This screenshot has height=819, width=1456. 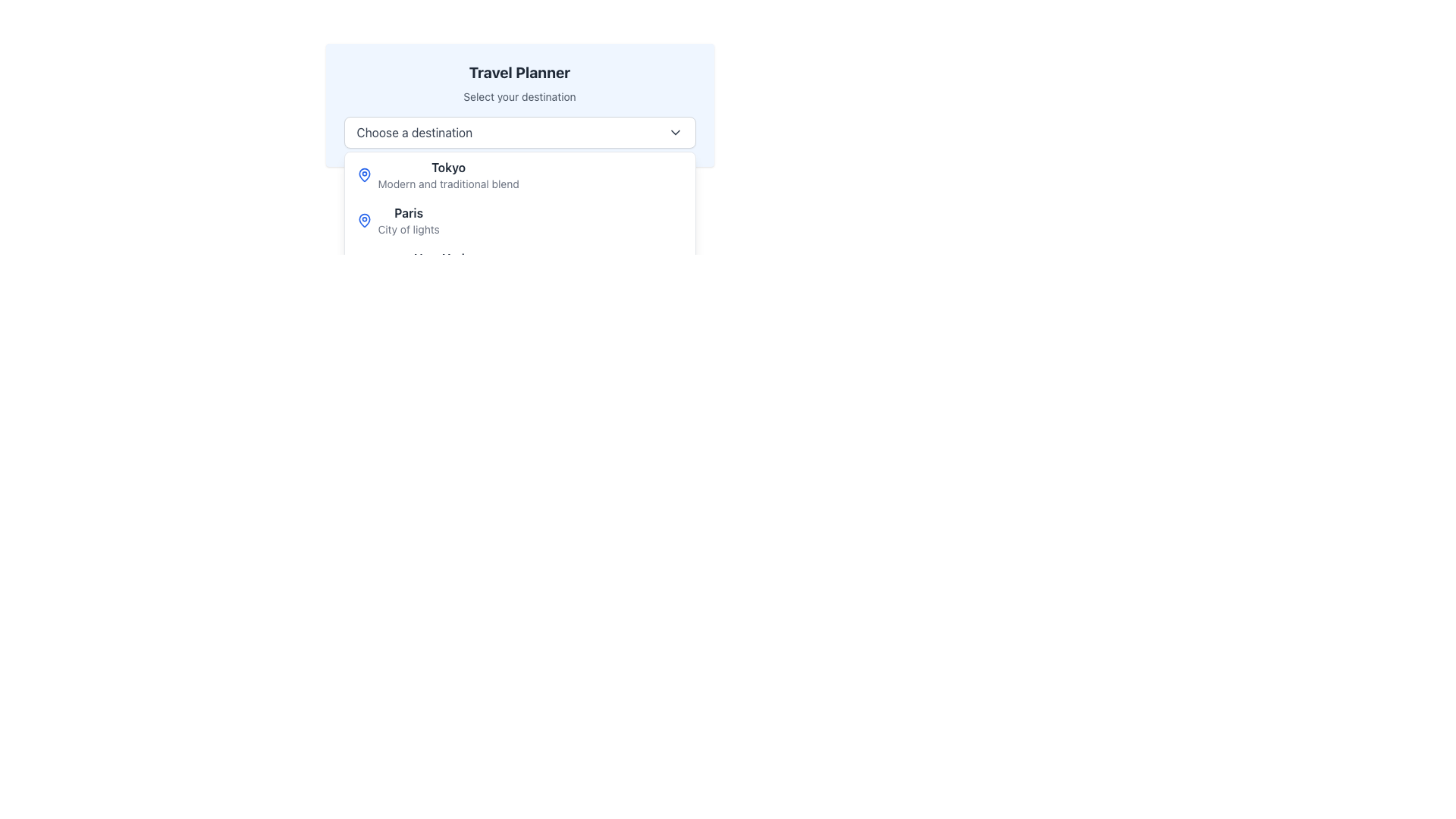 I want to click on the 'Tokyo' menu item in the dropdown under 'Choose a destination', so click(x=519, y=174).